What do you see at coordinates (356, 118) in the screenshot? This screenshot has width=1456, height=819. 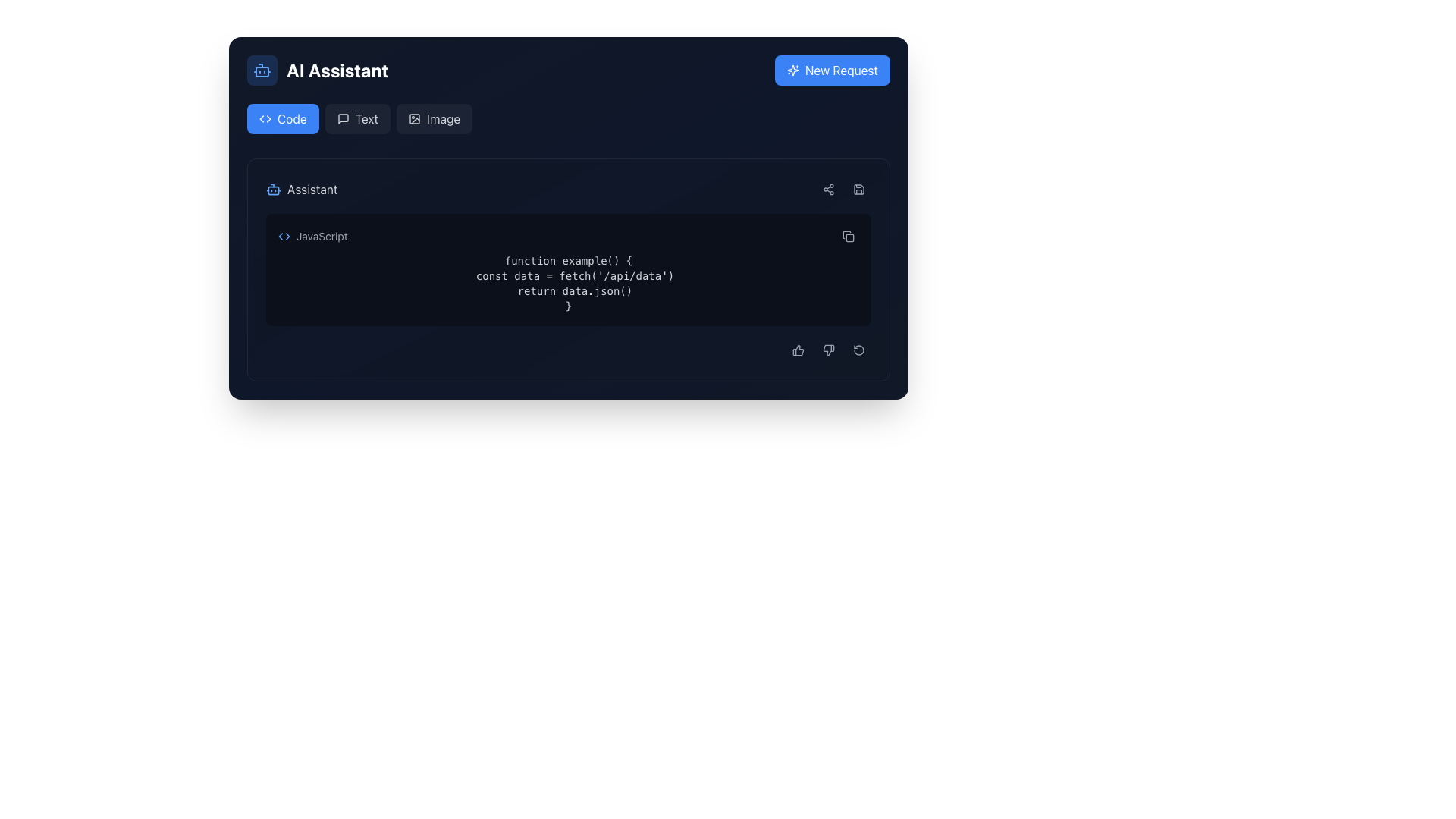 I see `the button located between the 'Code' and 'Image' buttons in the upper section of the interface to switch to text input functionality` at bounding box center [356, 118].